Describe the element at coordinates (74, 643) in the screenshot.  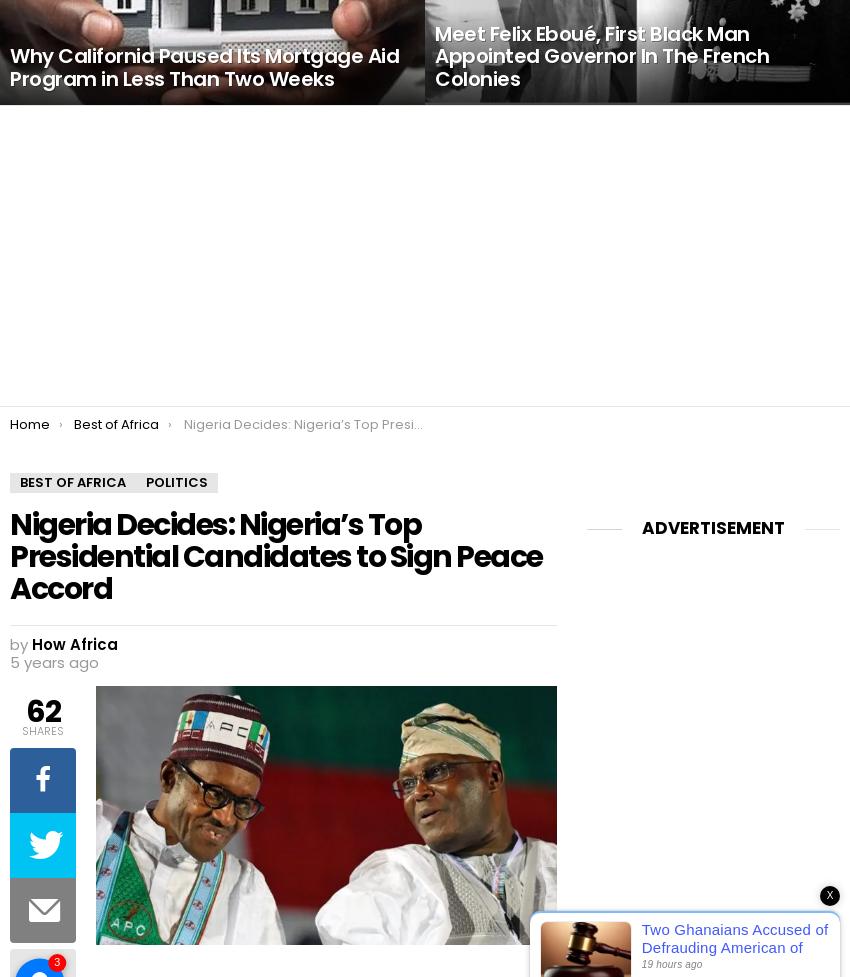
I see `'How Africa'` at that location.